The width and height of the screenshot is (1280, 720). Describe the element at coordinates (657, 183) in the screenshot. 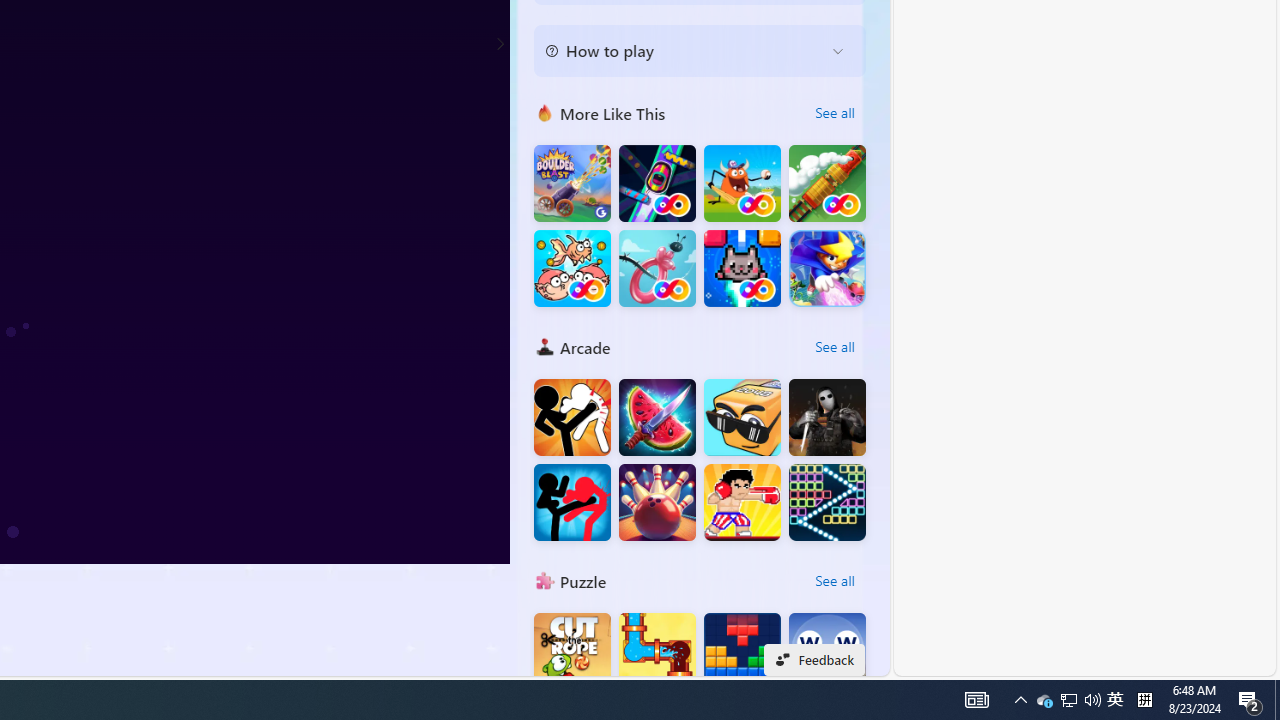

I see `'Bumper Car FRVR'` at that location.